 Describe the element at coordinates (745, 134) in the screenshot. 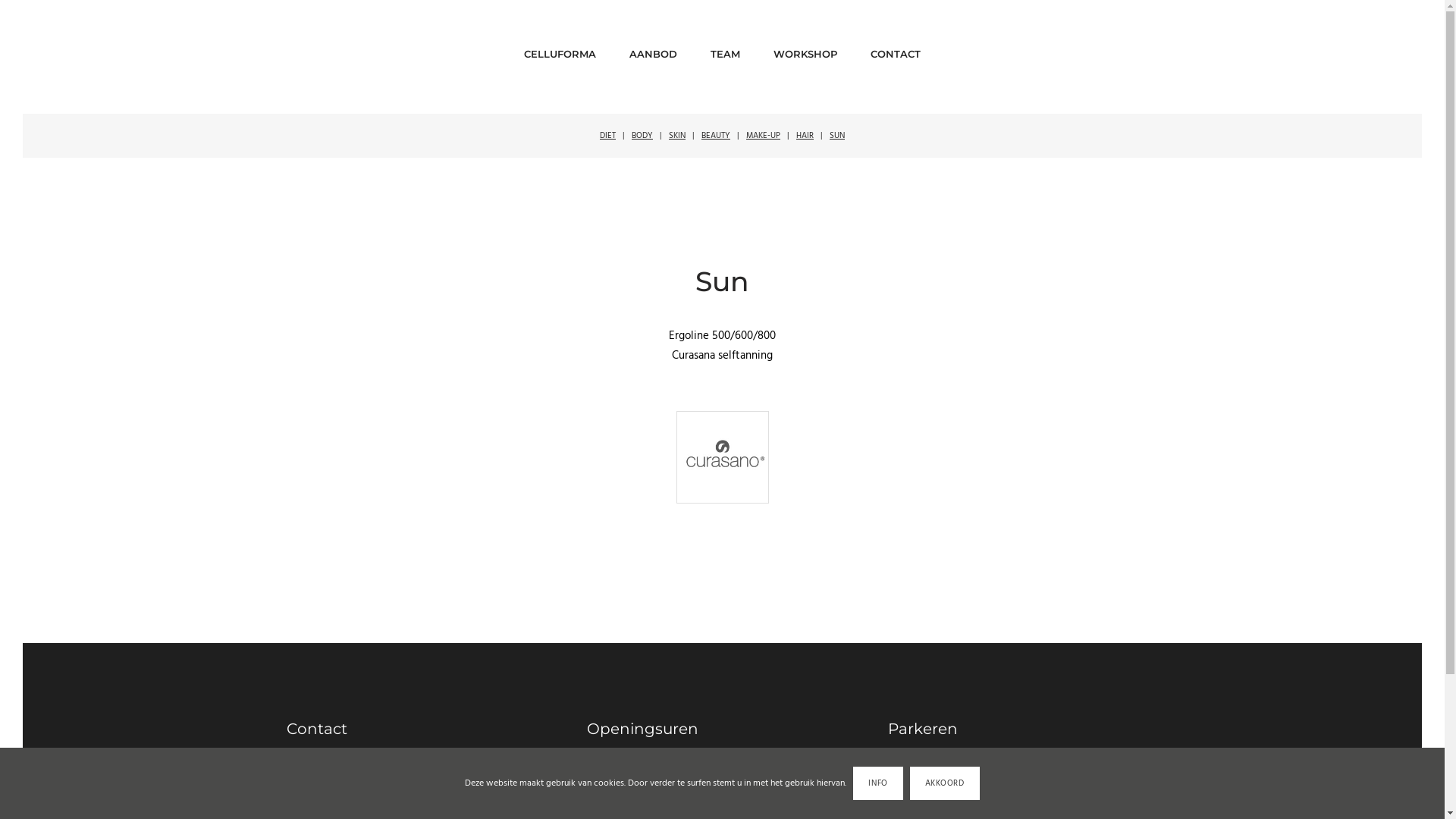

I see `'MAKE-UP'` at that location.